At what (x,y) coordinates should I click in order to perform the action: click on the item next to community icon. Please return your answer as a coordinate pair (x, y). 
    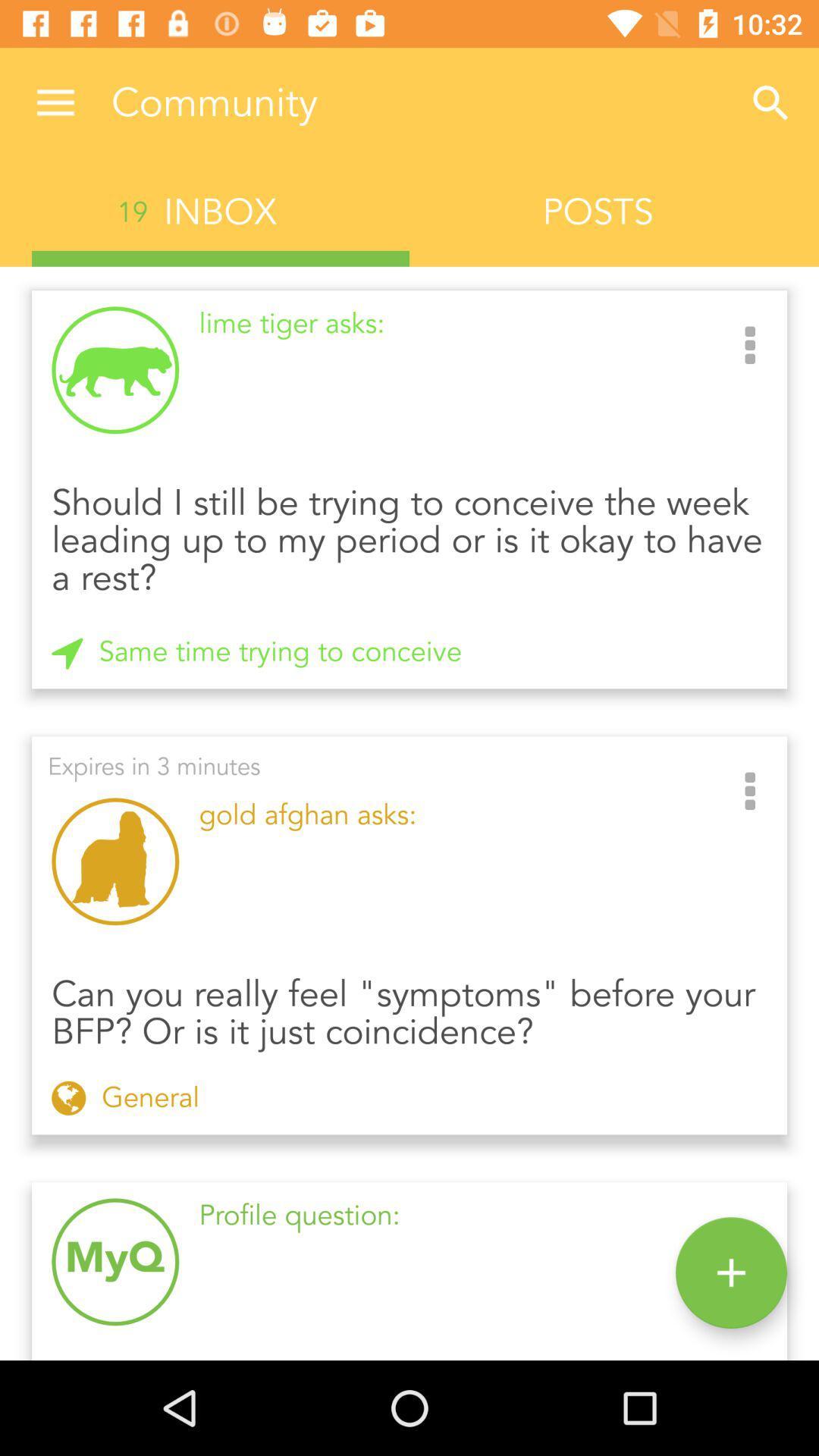
    Looking at the image, I should click on (771, 102).